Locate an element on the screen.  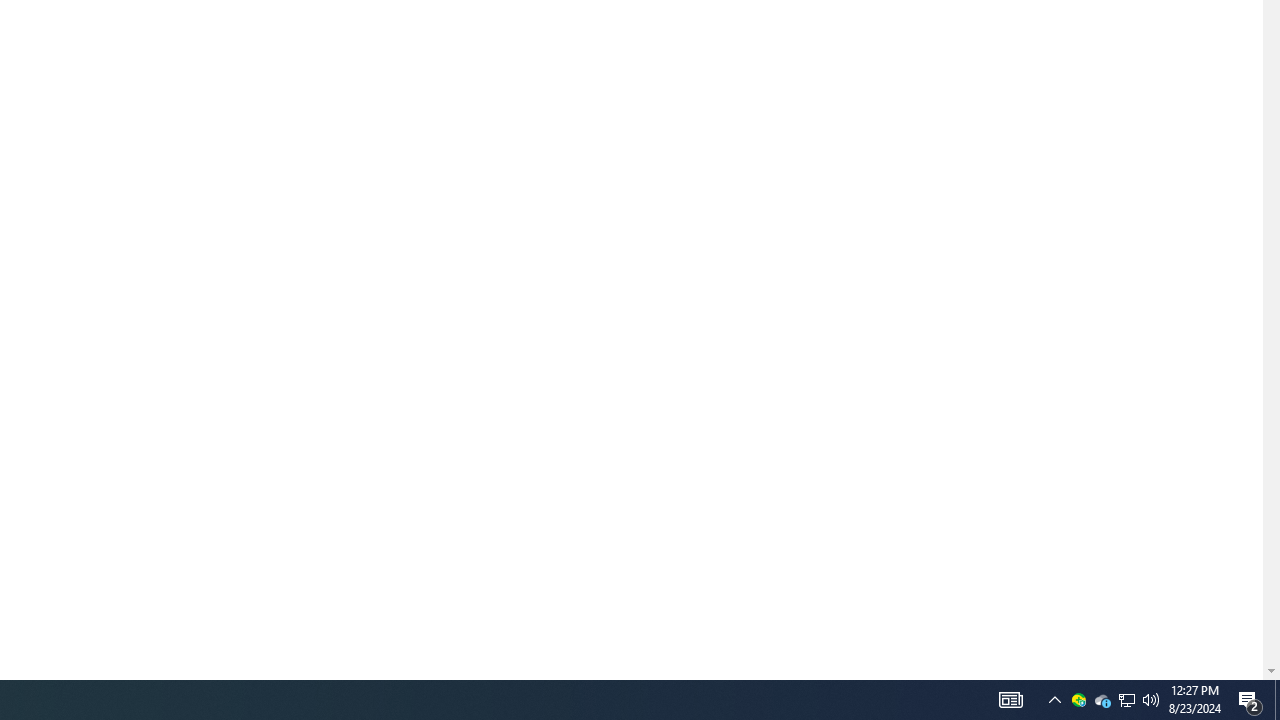
'Show desktop' is located at coordinates (1276, 698).